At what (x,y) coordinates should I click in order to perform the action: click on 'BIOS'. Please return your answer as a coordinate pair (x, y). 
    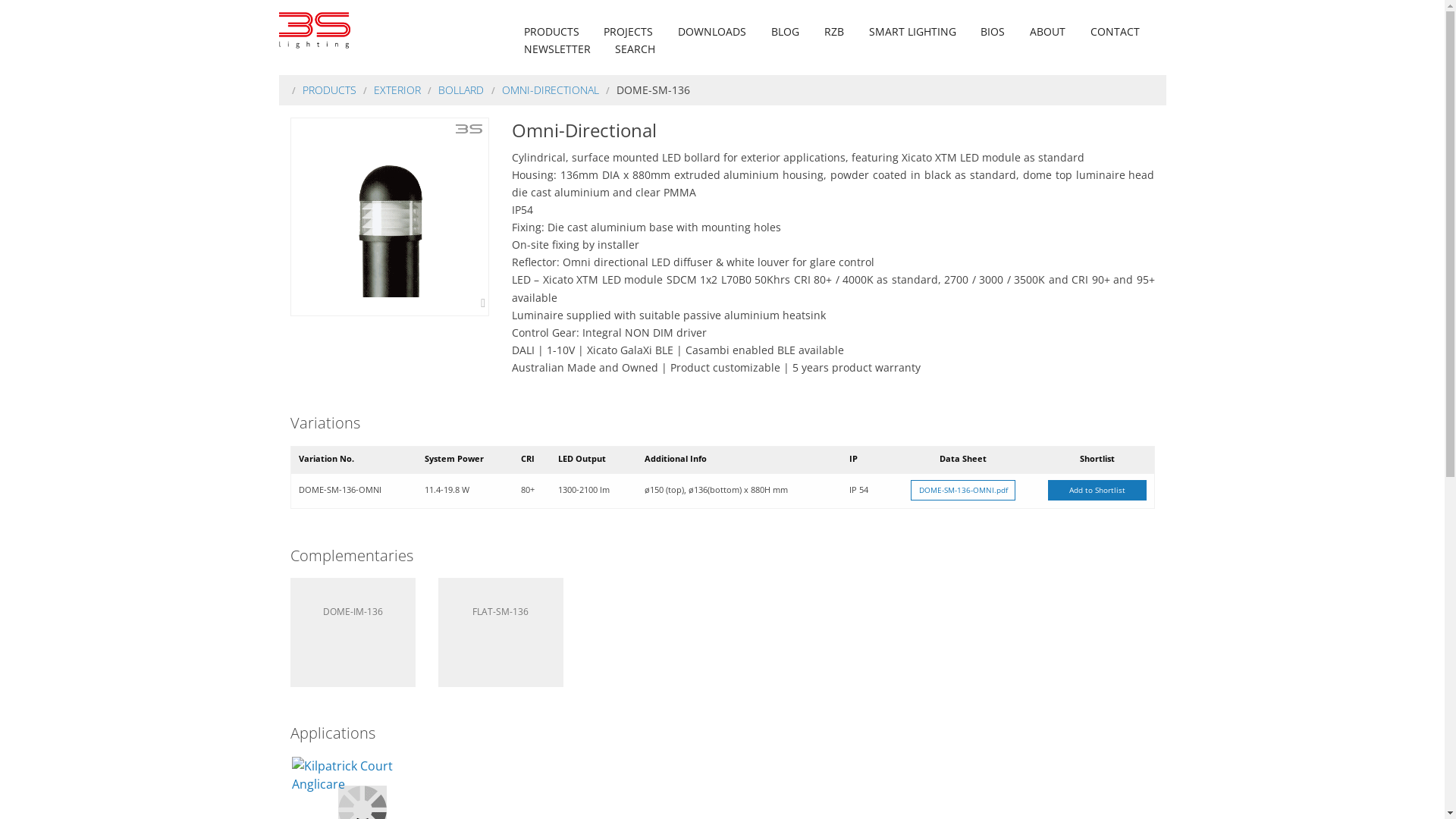
    Looking at the image, I should click on (993, 31).